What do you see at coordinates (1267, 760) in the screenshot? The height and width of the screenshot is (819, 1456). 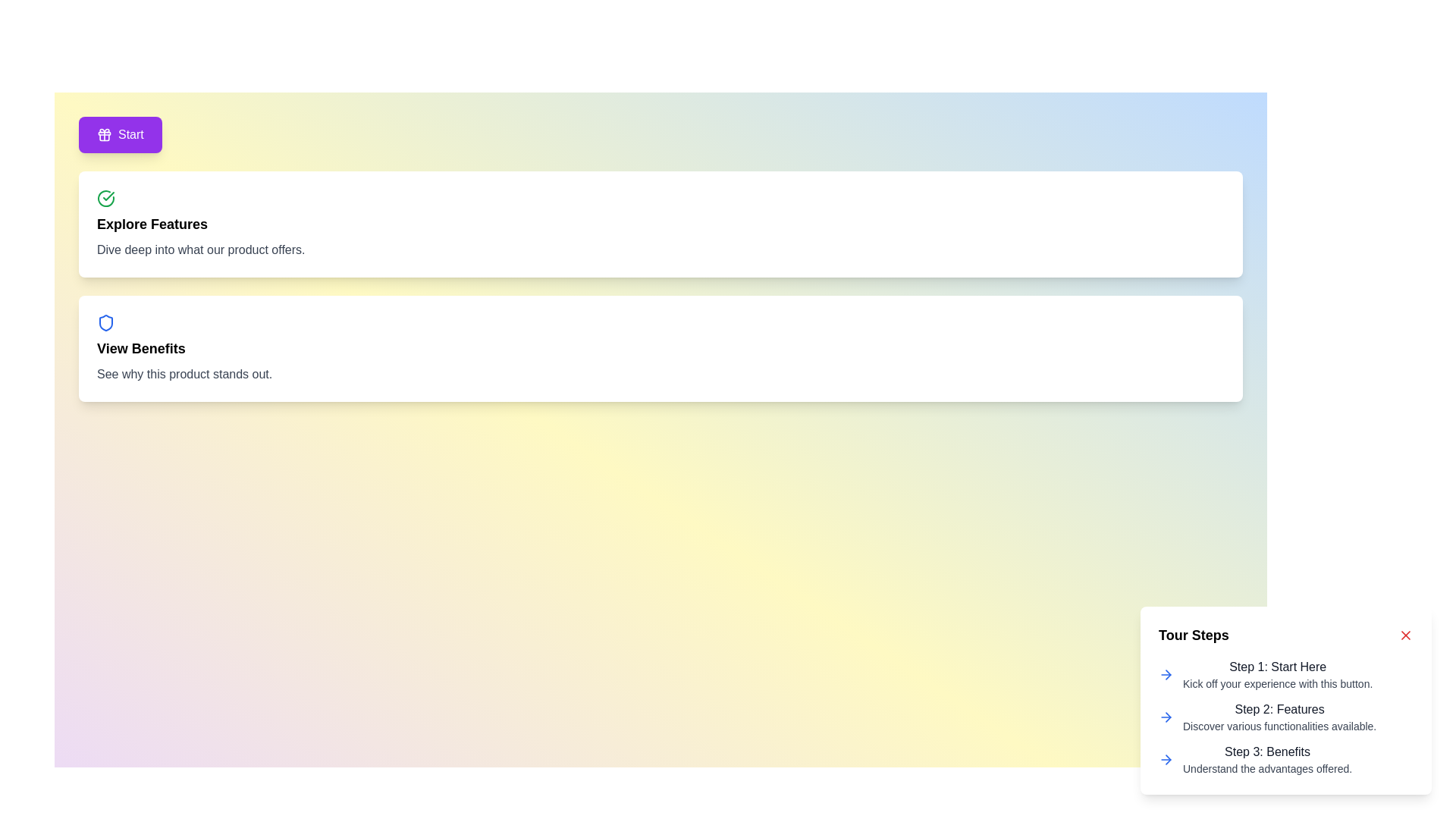 I see `the text block titled 'Step 3: Benefits' for accessibility navigation` at bounding box center [1267, 760].